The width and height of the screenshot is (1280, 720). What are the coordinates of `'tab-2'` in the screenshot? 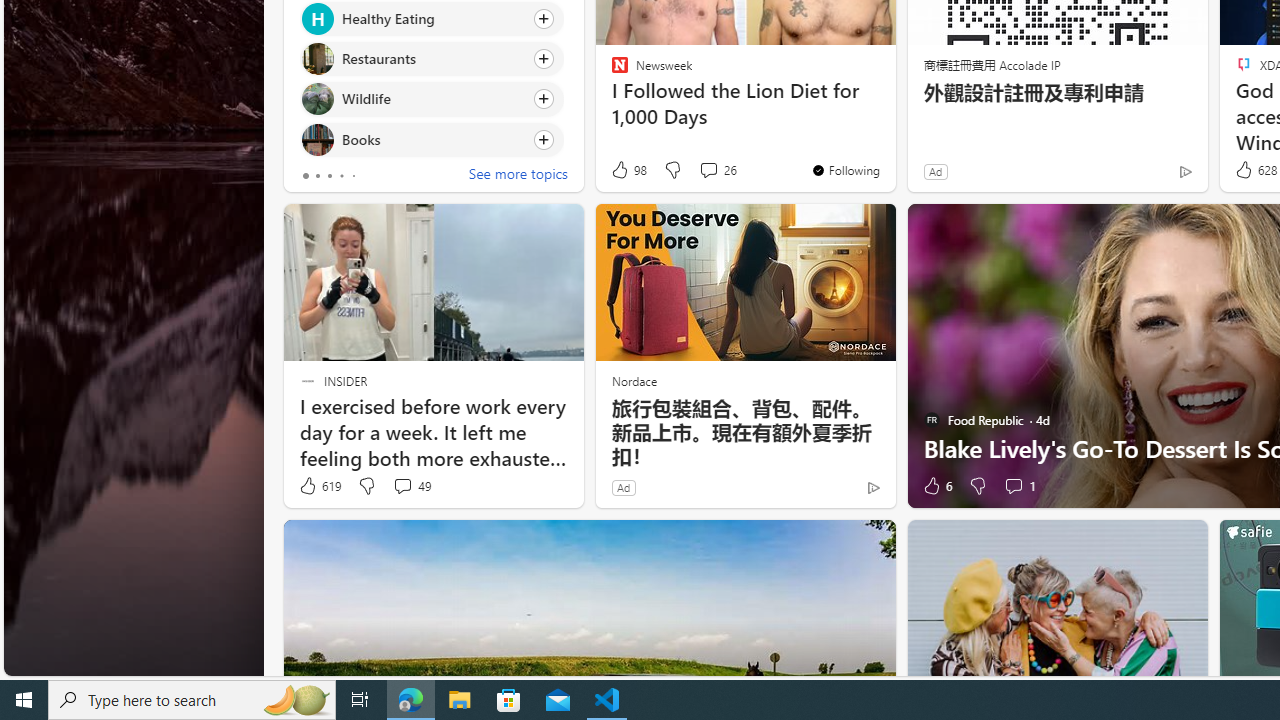 It's located at (328, 175).